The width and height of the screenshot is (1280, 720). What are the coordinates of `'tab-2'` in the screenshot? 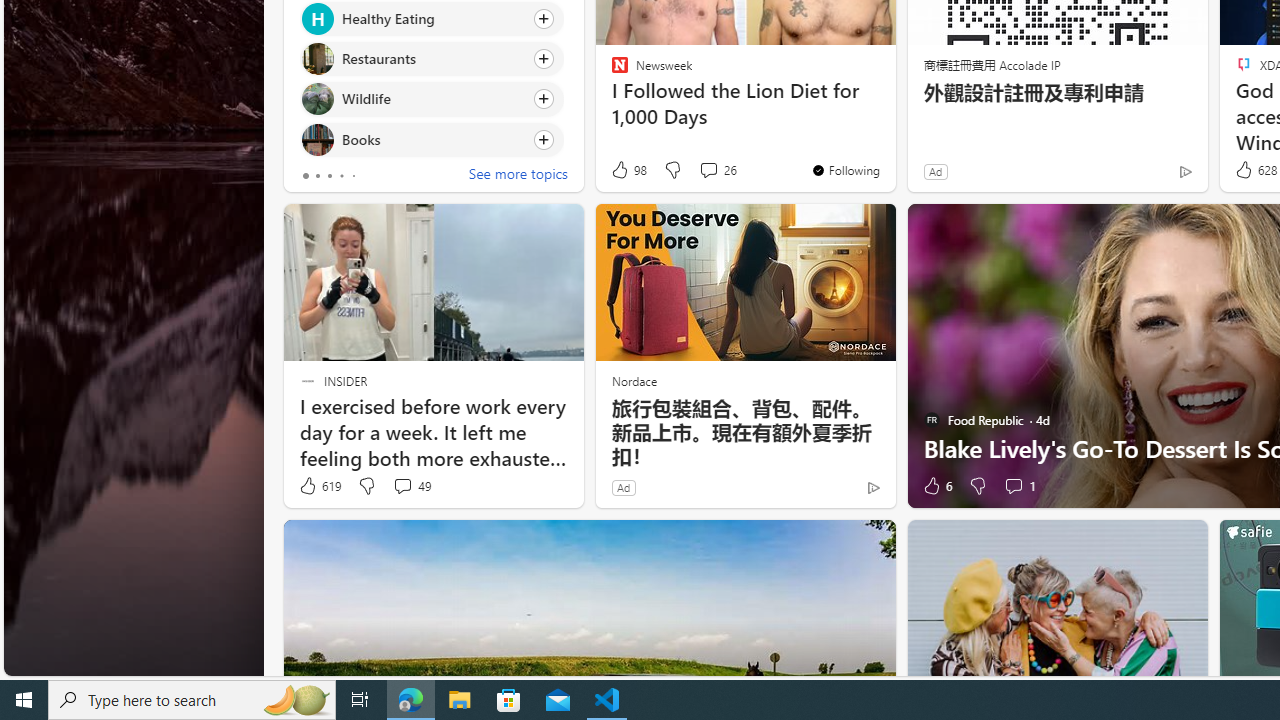 It's located at (328, 175).